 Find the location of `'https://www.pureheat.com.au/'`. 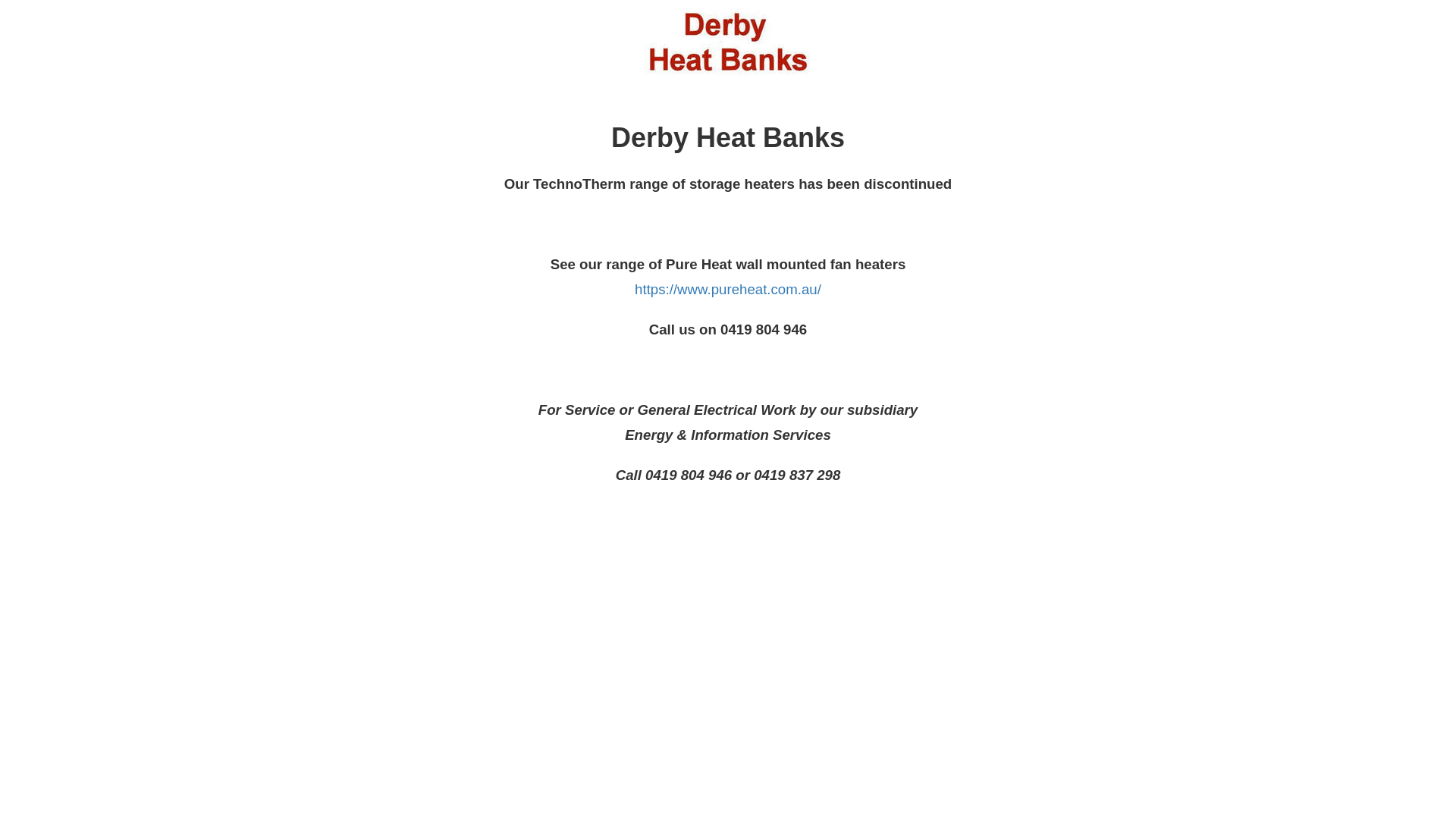

'https://www.pureheat.com.au/' is located at coordinates (728, 289).